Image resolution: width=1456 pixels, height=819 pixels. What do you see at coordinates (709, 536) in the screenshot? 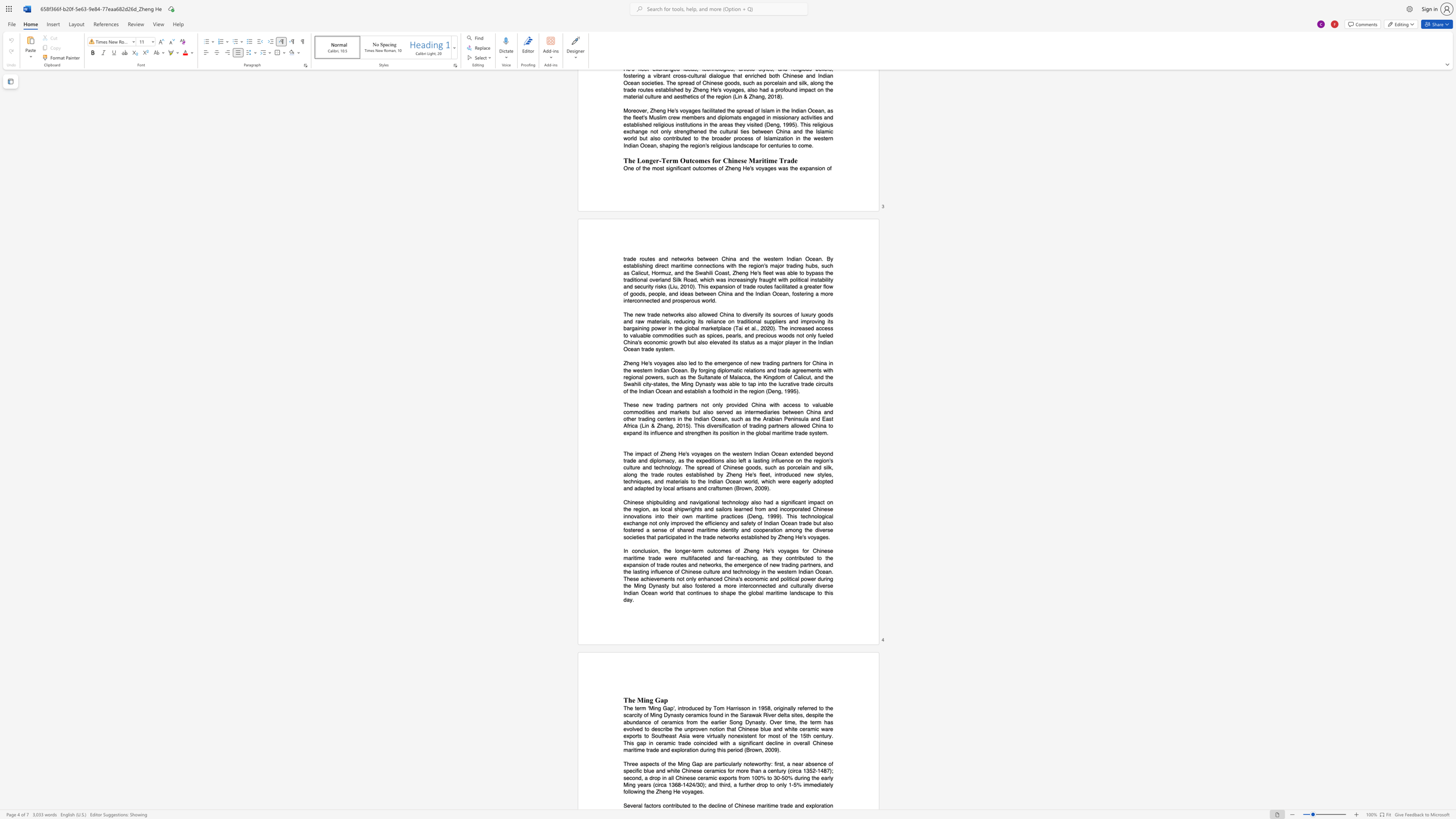
I see `the space between the continuous character "a" and "d" in the text` at bounding box center [709, 536].